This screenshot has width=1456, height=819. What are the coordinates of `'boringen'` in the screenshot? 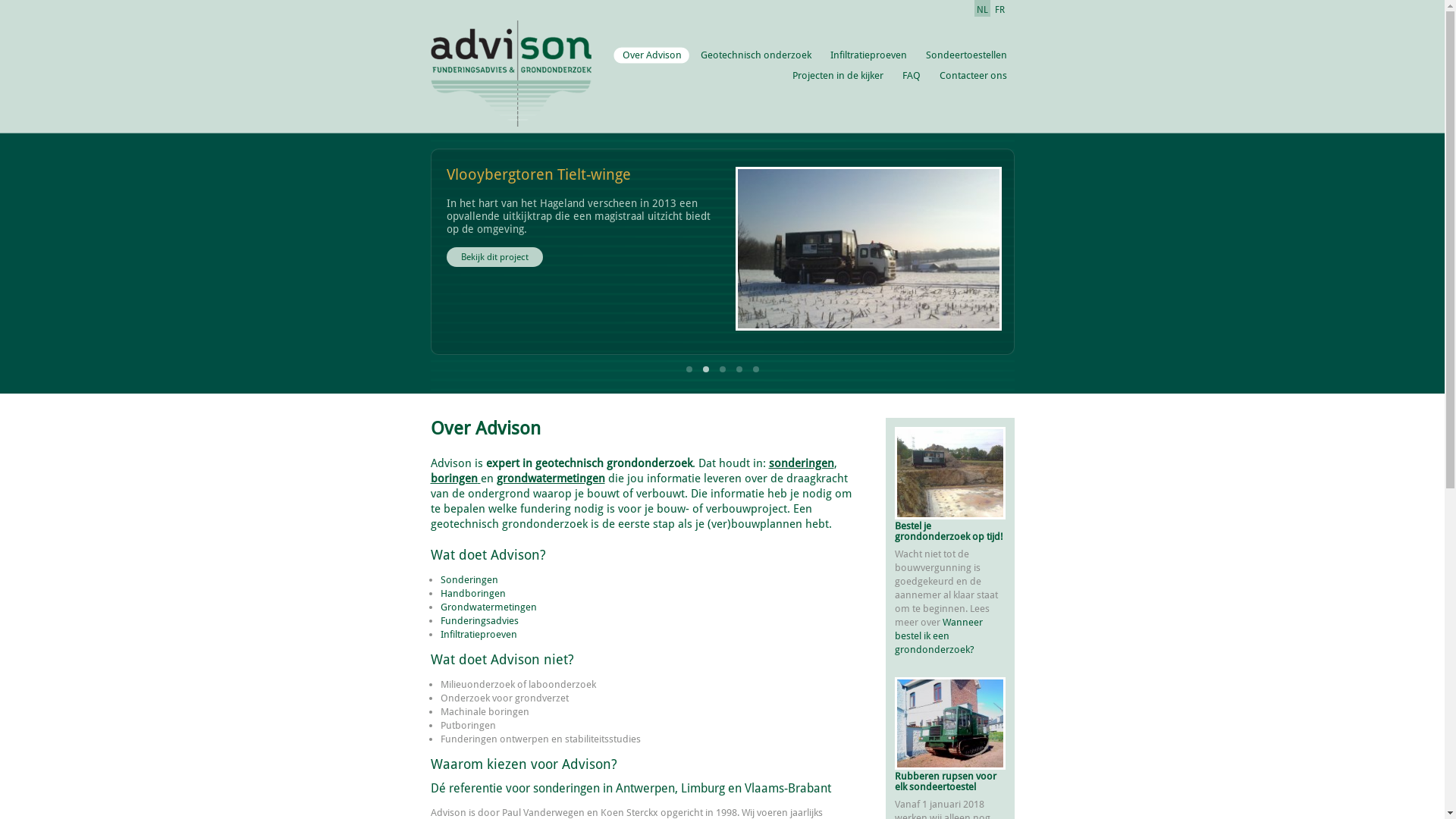 It's located at (429, 479).